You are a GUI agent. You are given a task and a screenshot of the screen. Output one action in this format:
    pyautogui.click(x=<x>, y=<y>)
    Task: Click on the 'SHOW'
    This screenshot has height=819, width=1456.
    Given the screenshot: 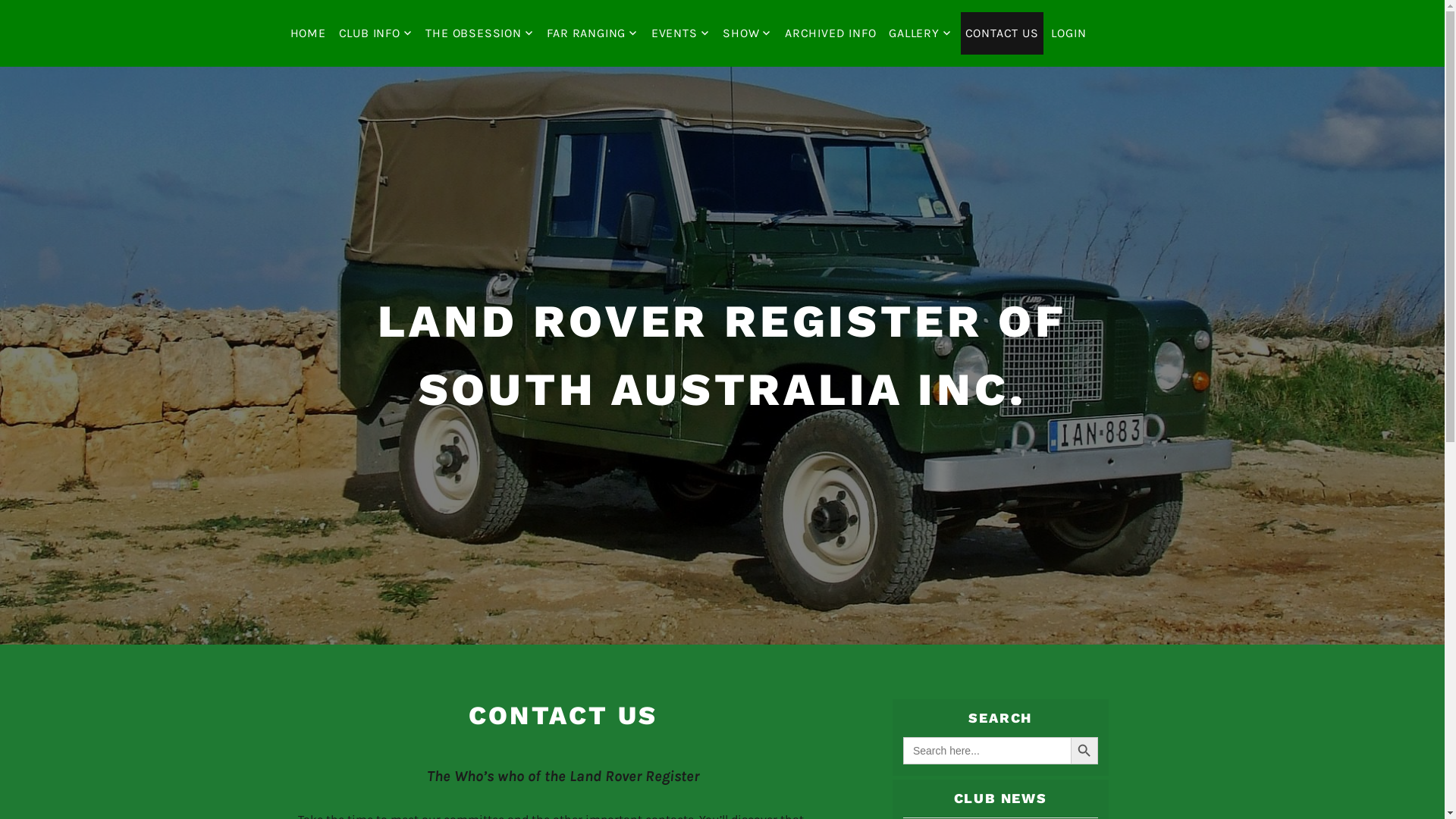 What is the action you would take?
    pyautogui.click(x=747, y=33)
    